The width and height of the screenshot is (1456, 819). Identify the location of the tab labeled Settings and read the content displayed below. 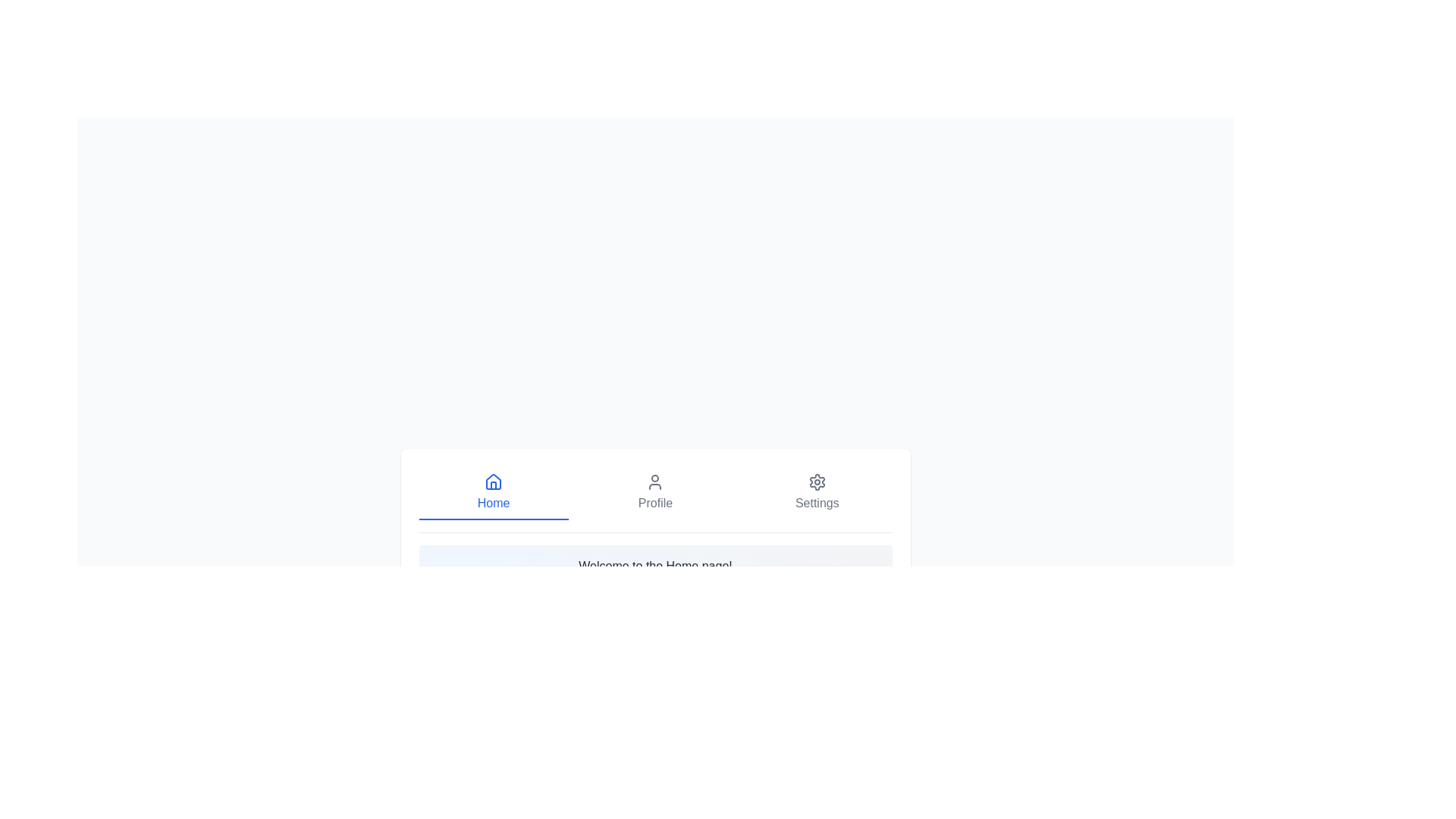
(816, 493).